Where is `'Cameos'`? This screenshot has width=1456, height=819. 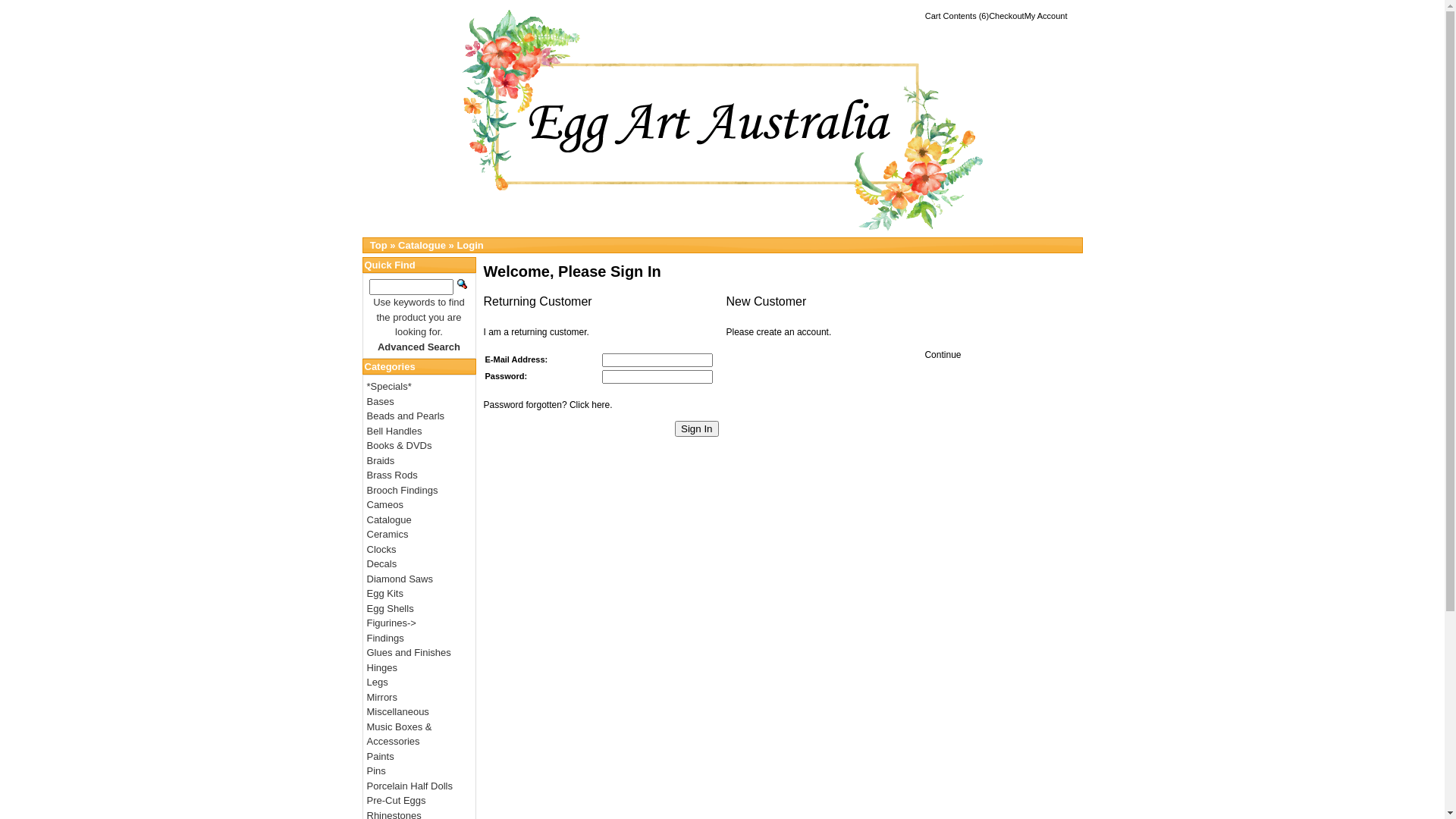
'Cameos' is located at coordinates (385, 504).